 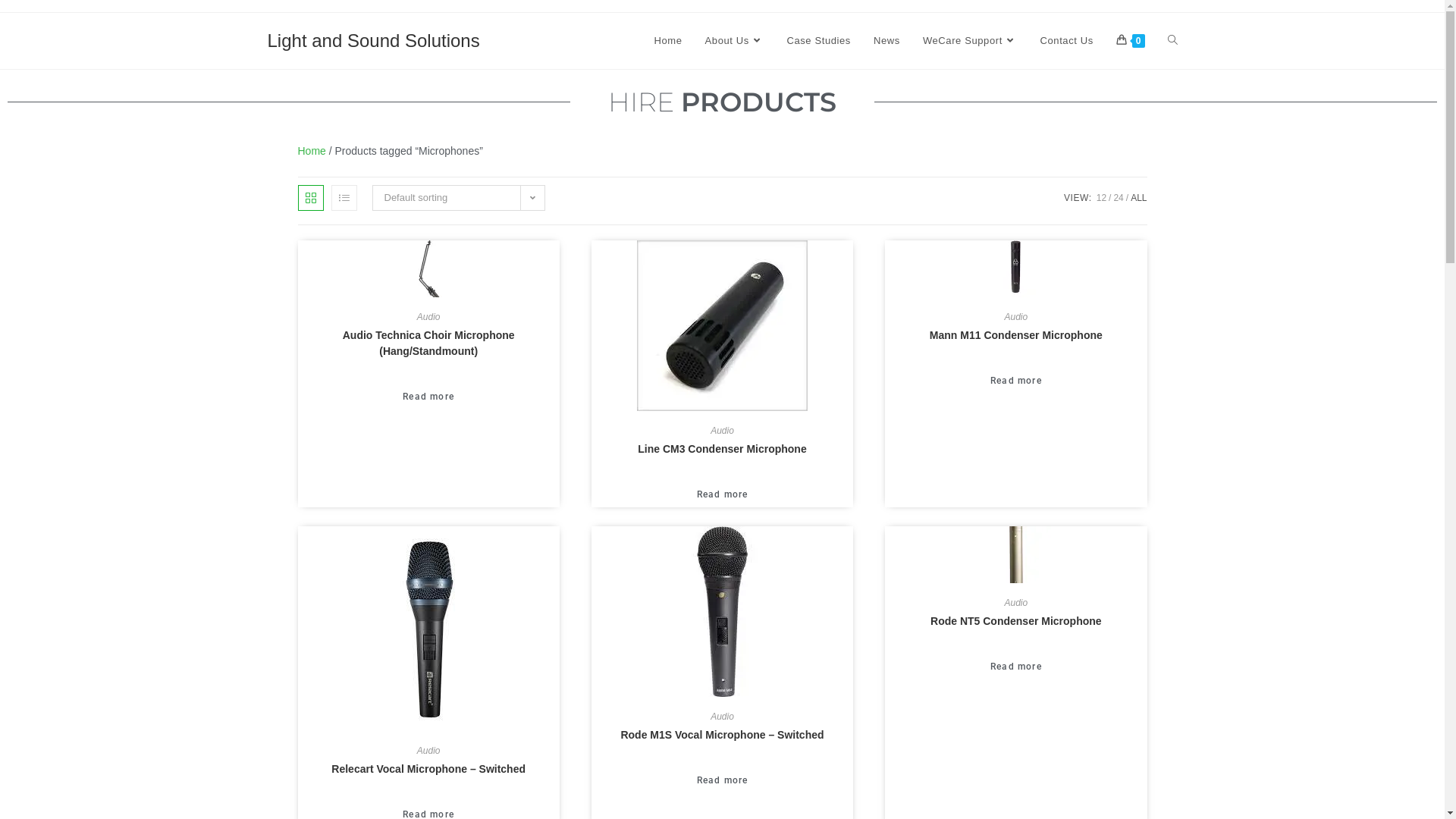 I want to click on '24', so click(x=1118, y=197).